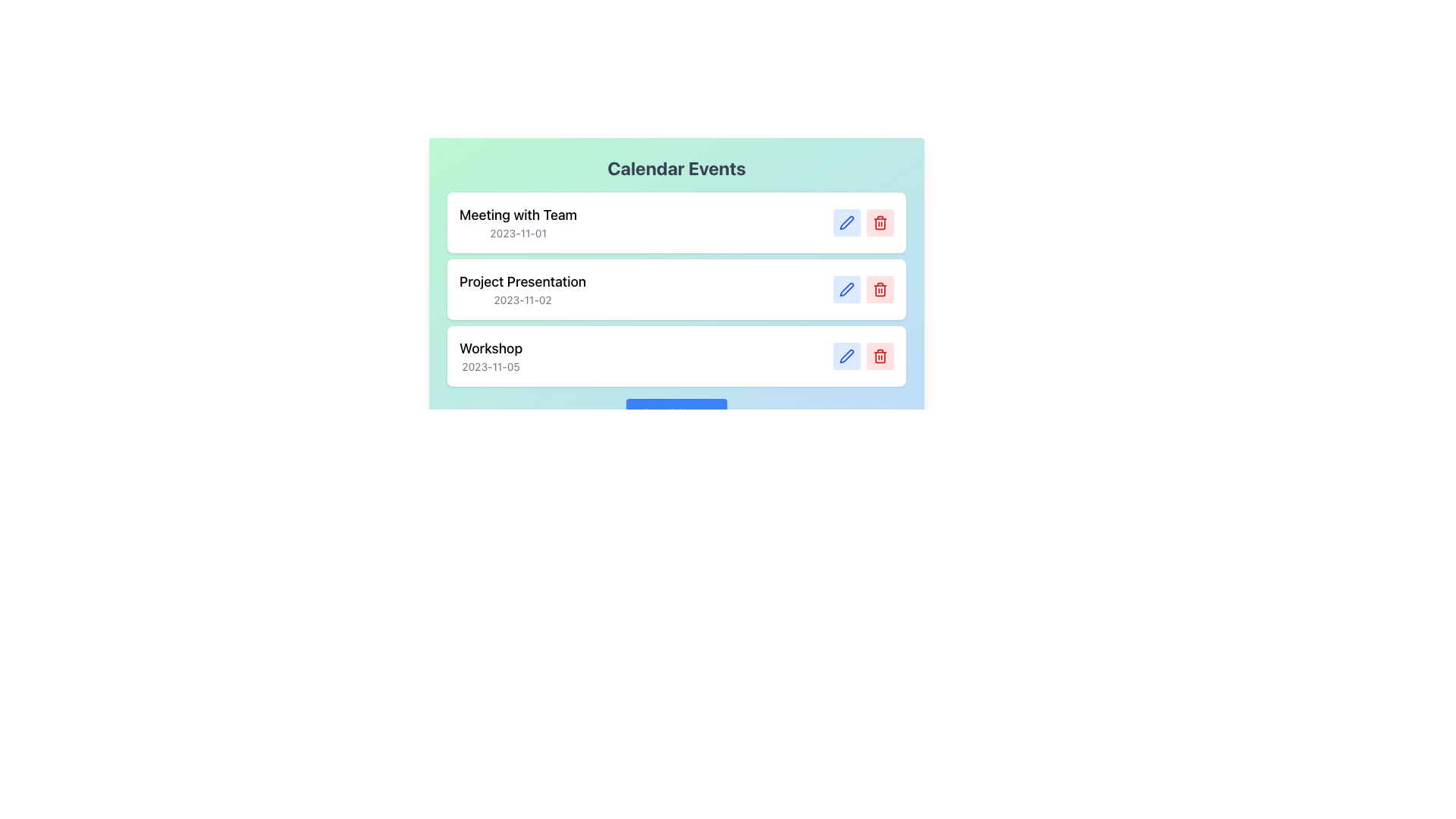 The height and width of the screenshot is (819, 1456). What do you see at coordinates (491, 348) in the screenshot?
I see `the Label that identifies the title of the event in the calendar application, located in the bottom-most event block to the left of the date '2023-11-05'` at bounding box center [491, 348].